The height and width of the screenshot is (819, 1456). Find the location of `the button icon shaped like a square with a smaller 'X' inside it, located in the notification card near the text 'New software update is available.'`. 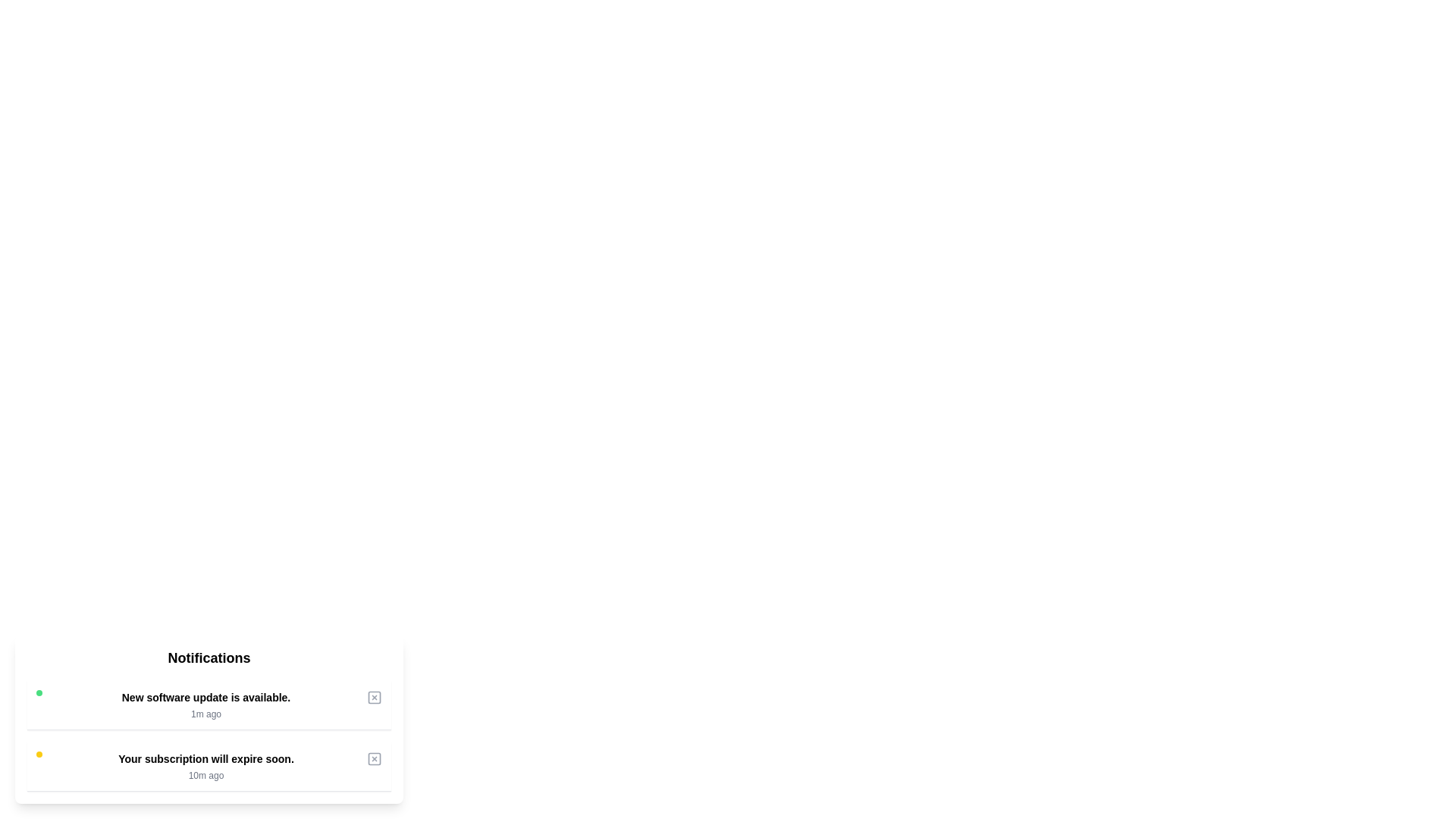

the button icon shaped like a square with a smaller 'X' inside it, located in the notification card near the text 'New software update is available.' is located at coordinates (375, 698).